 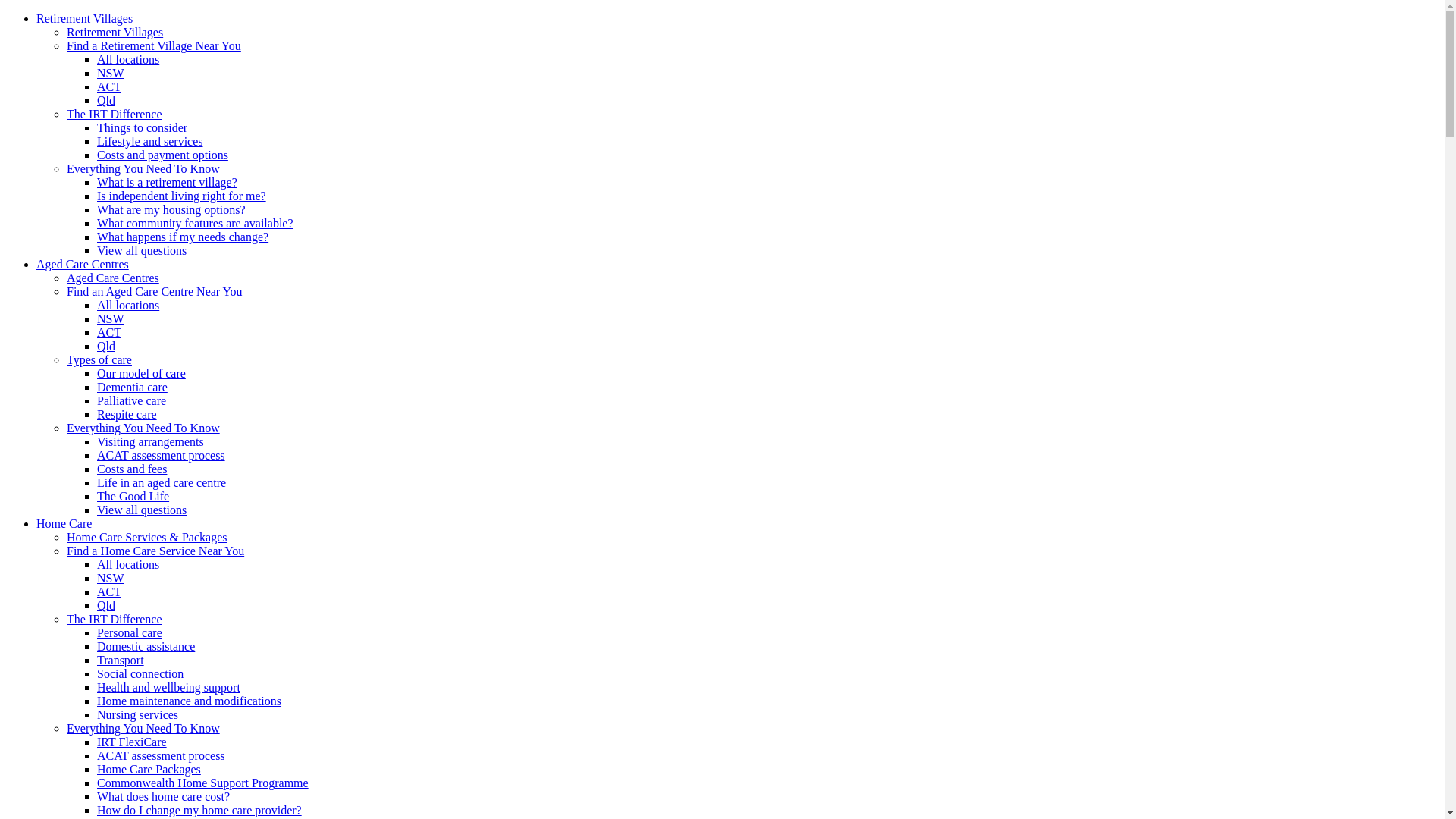 I want to click on 'Find an Aged Care Centre Near You', so click(x=154, y=291).